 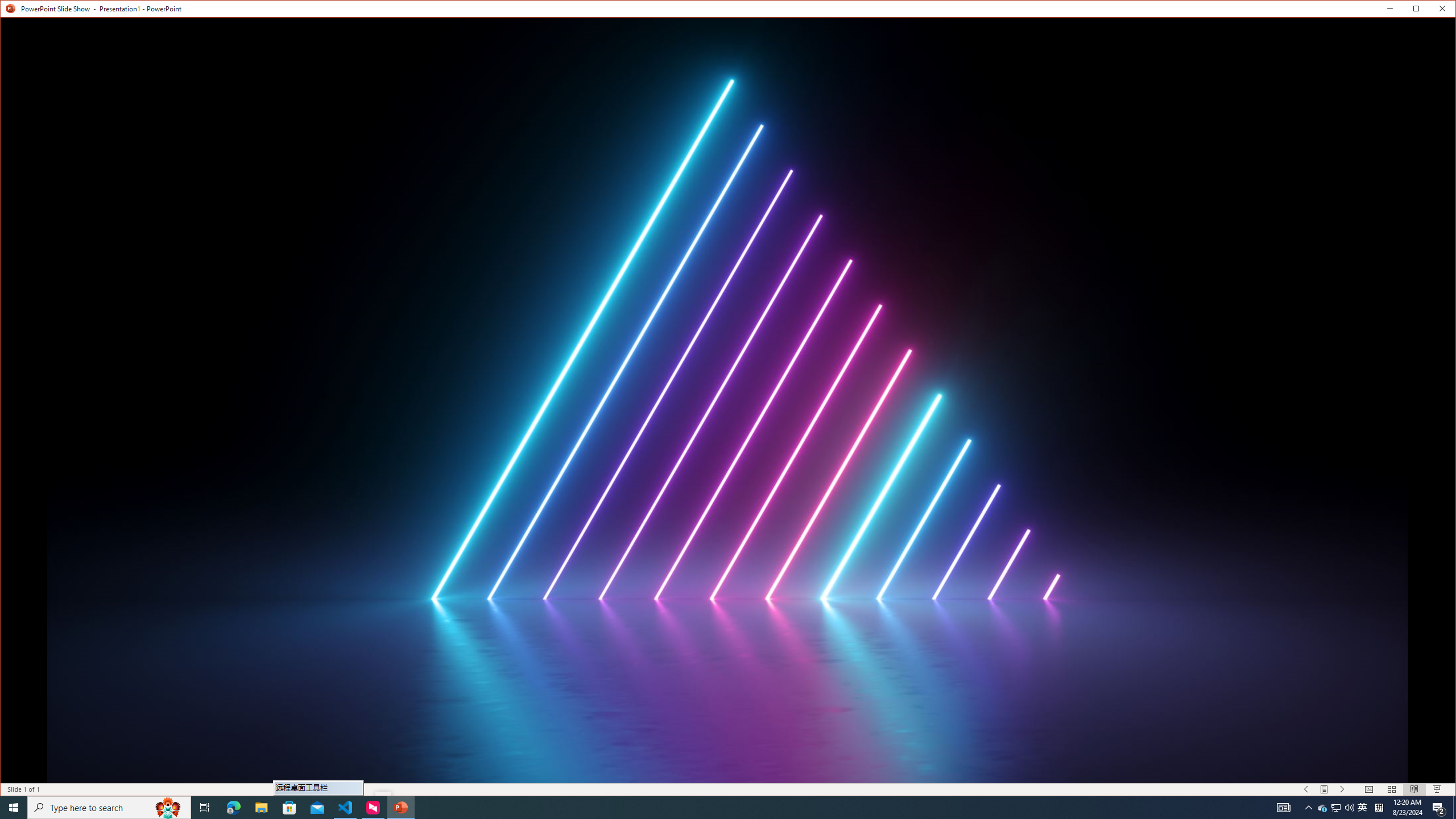 I want to click on 'Reading View', so click(x=1414, y=789).